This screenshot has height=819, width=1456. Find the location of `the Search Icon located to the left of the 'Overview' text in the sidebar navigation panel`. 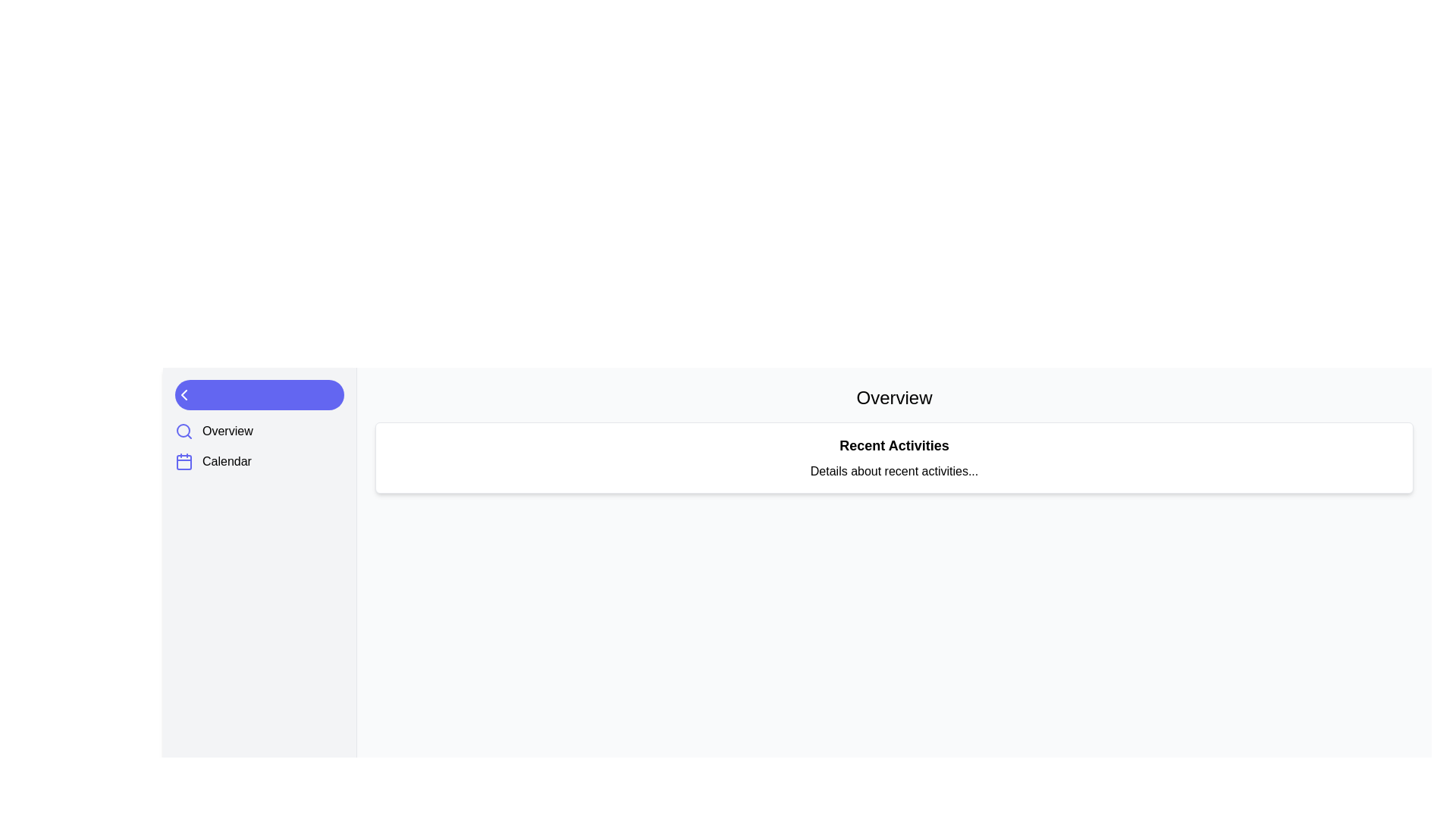

the Search Icon located to the left of the 'Overview' text in the sidebar navigation panel is located at coordinates (184, 431).